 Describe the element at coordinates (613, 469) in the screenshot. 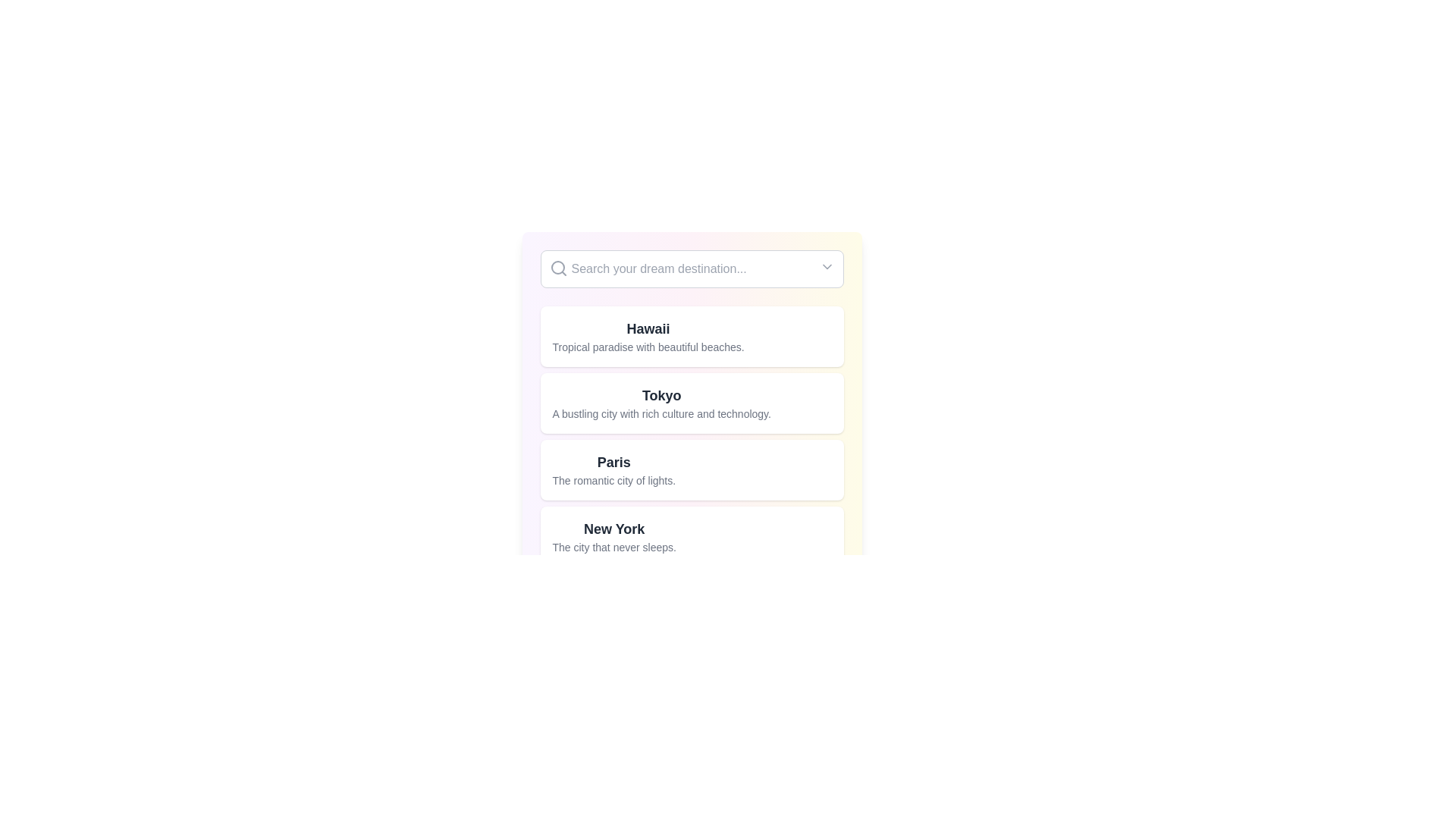

I see `the informational item displaying 'Paris' which has a bold title and a subtitle about the city, located as the third card in the vertical list of destinations` at that location.